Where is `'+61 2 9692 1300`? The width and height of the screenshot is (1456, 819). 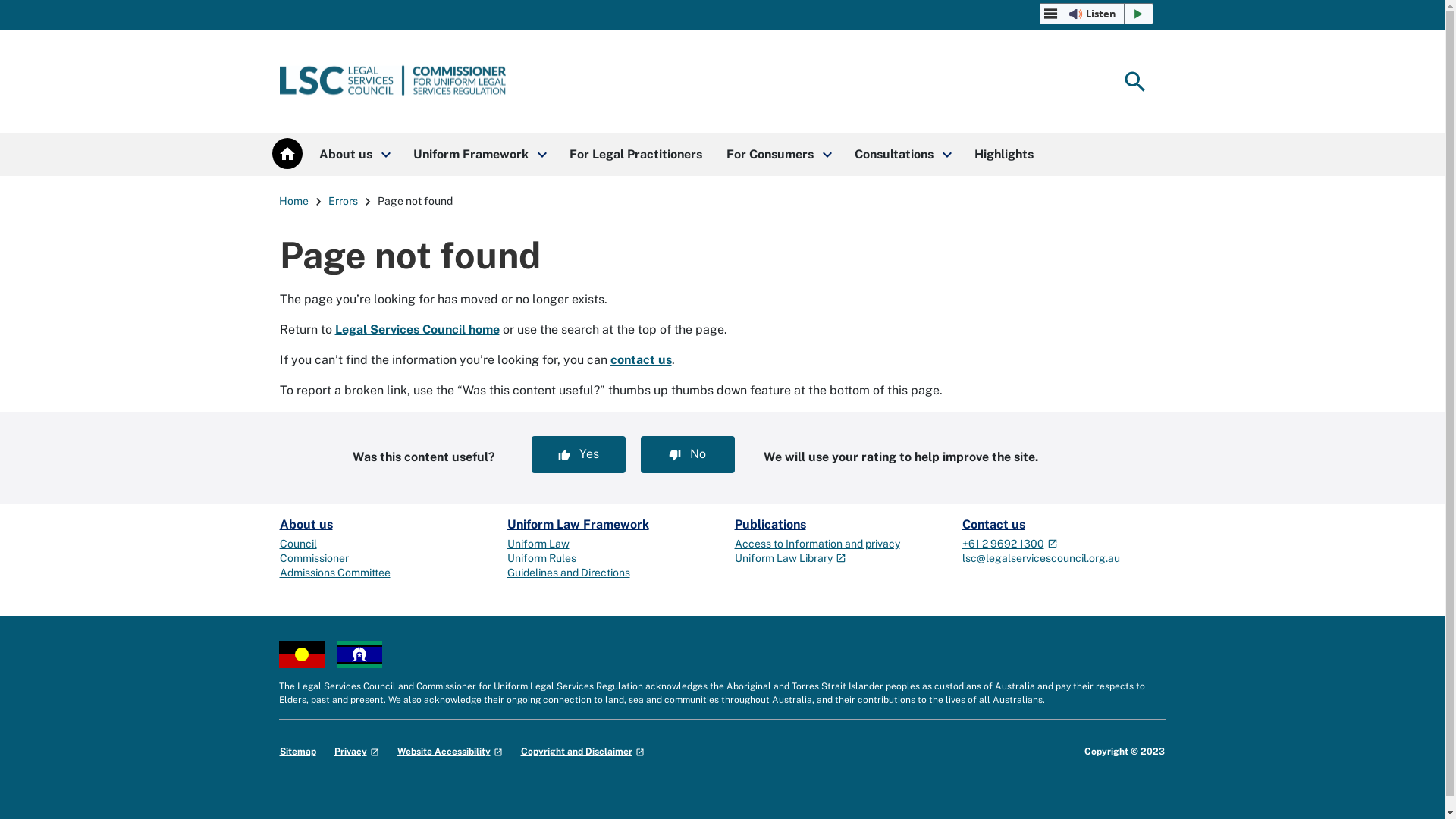
'+61 2 9692 1300 is located at coordinates (960, 543).